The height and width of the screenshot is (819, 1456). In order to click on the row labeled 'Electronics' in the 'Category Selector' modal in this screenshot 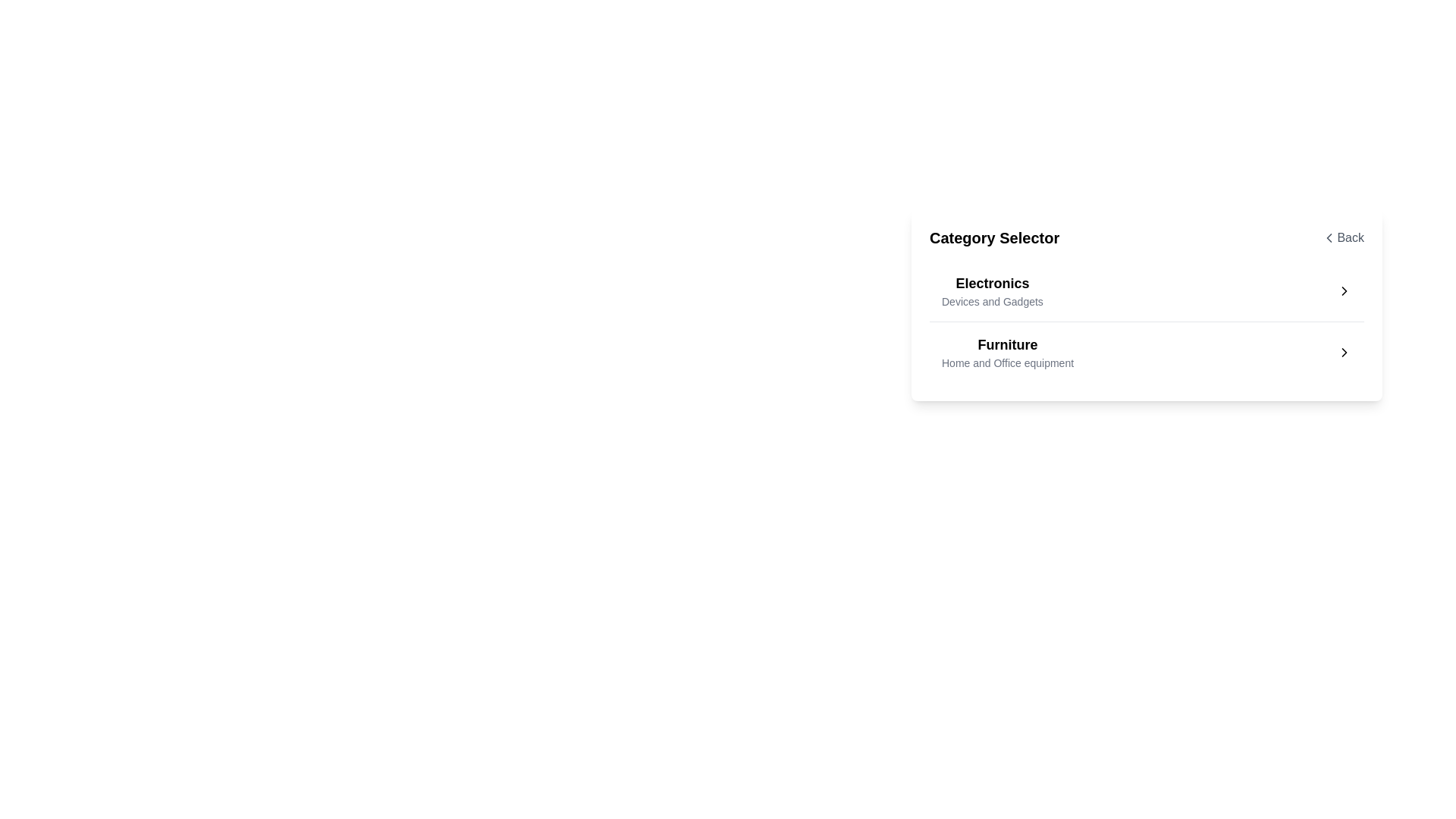, I will do `click(1147, 305)`.